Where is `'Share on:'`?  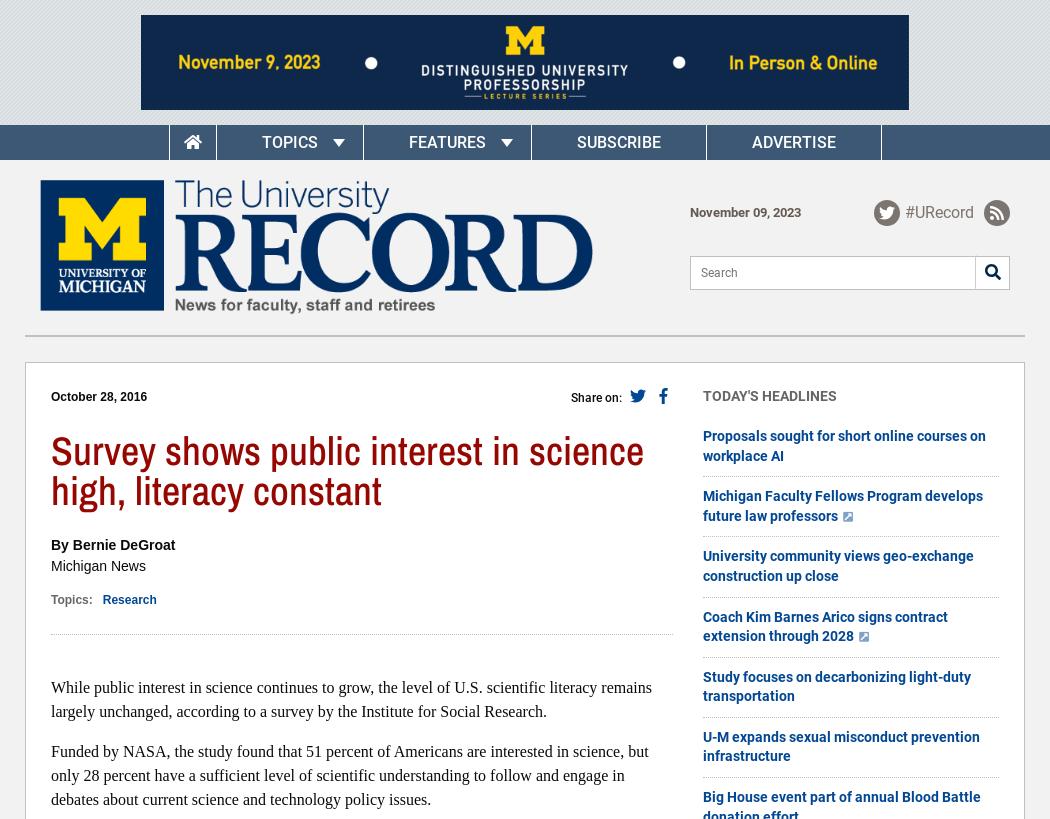 'Share on:' is located at coordinates (596, 397).